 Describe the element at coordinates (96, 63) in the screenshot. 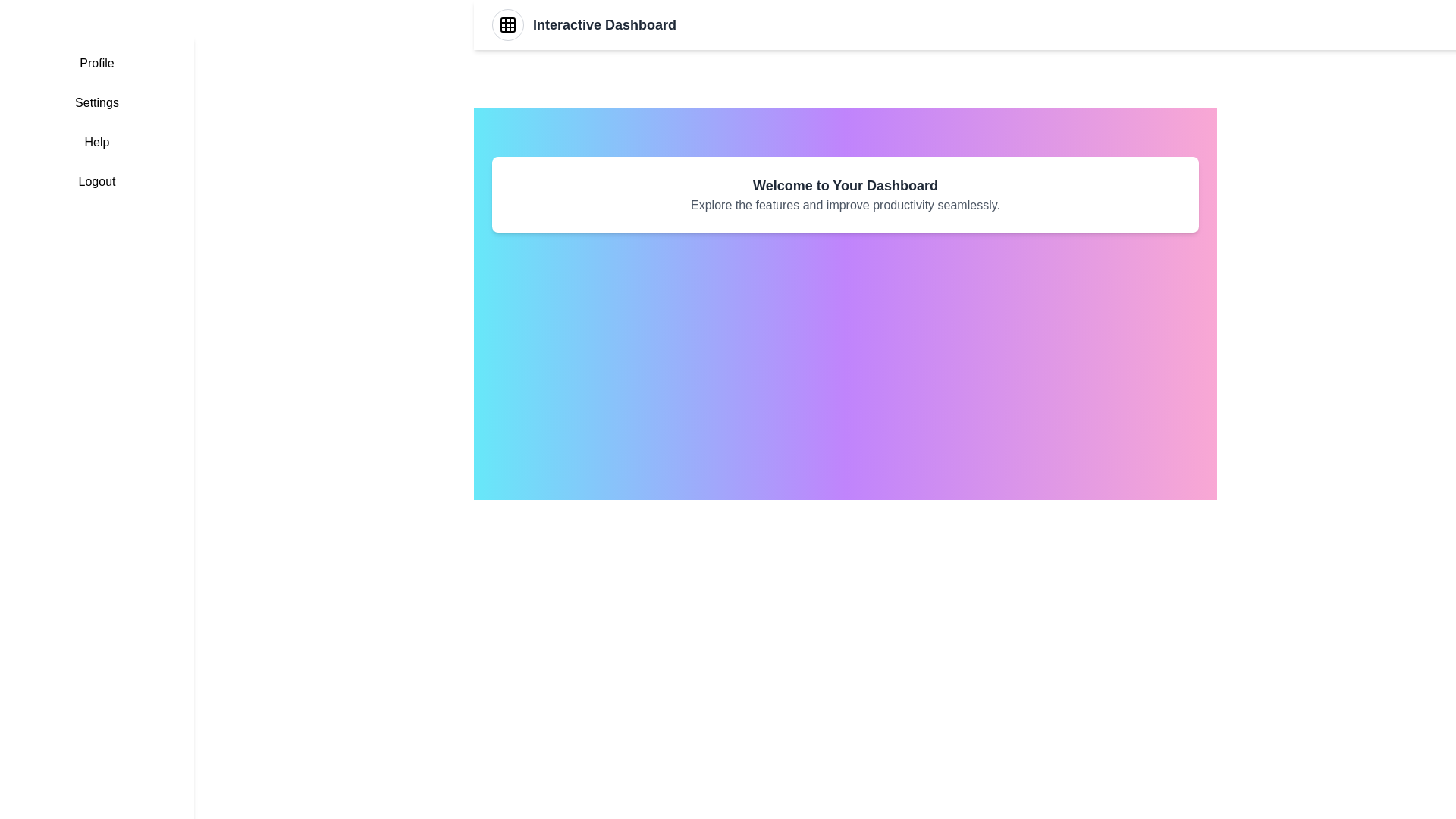

I see `the sidebar menu item labeled Profile` at that location.